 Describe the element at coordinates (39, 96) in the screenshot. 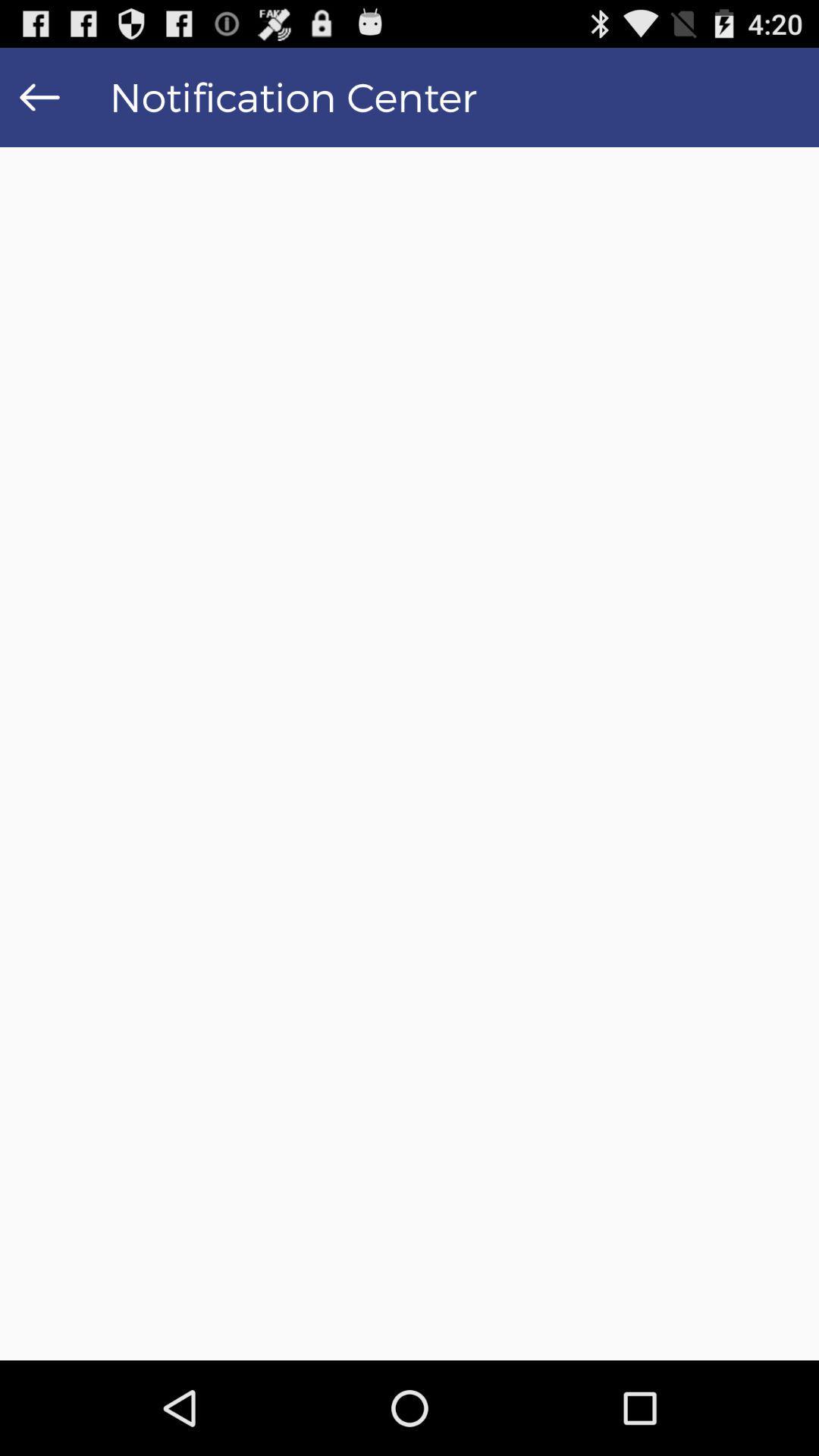

I see `the item to the left of the notification center item` at that location.